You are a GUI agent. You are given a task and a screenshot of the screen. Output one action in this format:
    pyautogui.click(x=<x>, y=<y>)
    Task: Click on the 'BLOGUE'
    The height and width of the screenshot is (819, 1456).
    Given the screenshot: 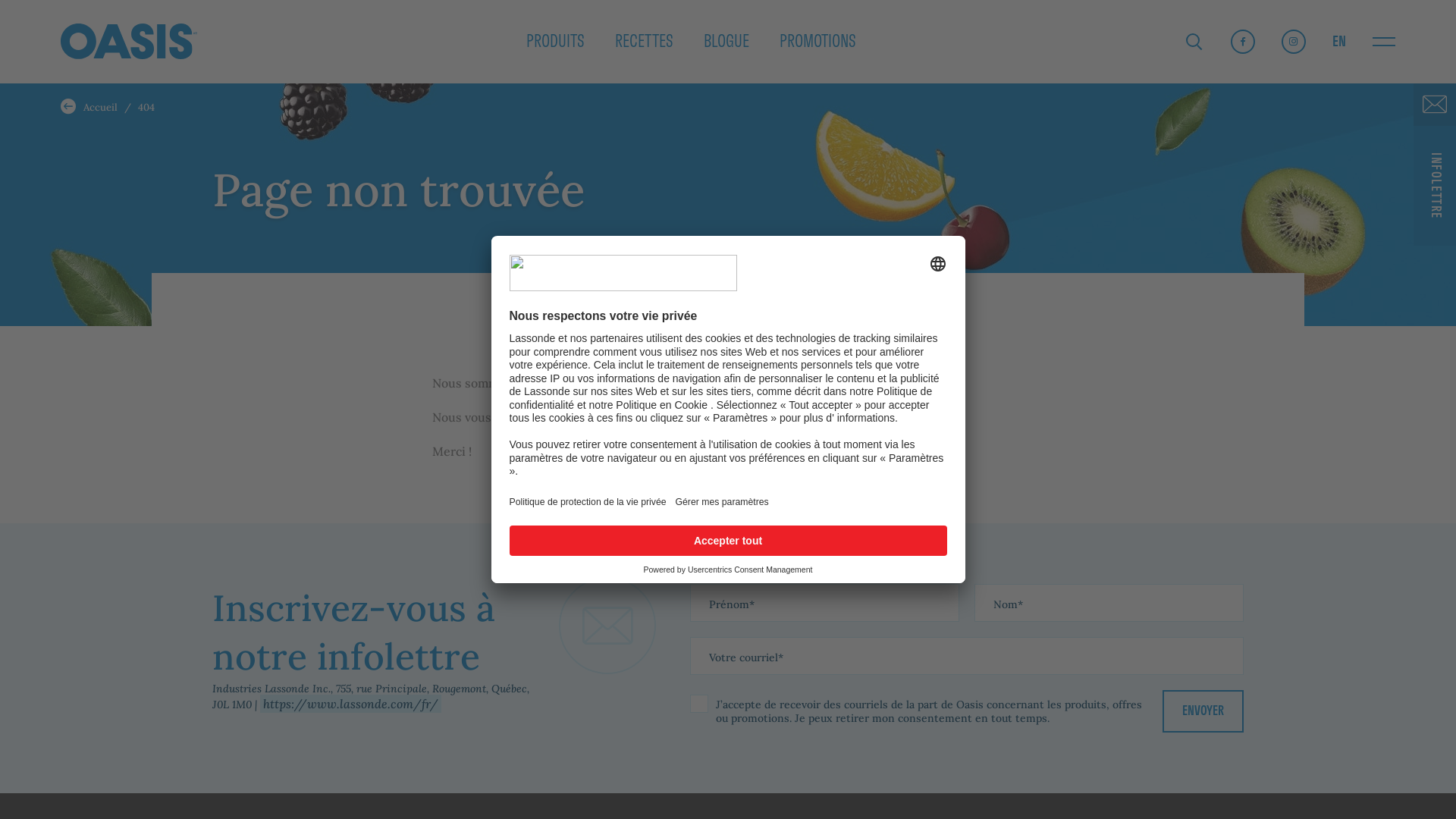 What is the action you would take?
    pyautogui.click(x=726, y=40)
    